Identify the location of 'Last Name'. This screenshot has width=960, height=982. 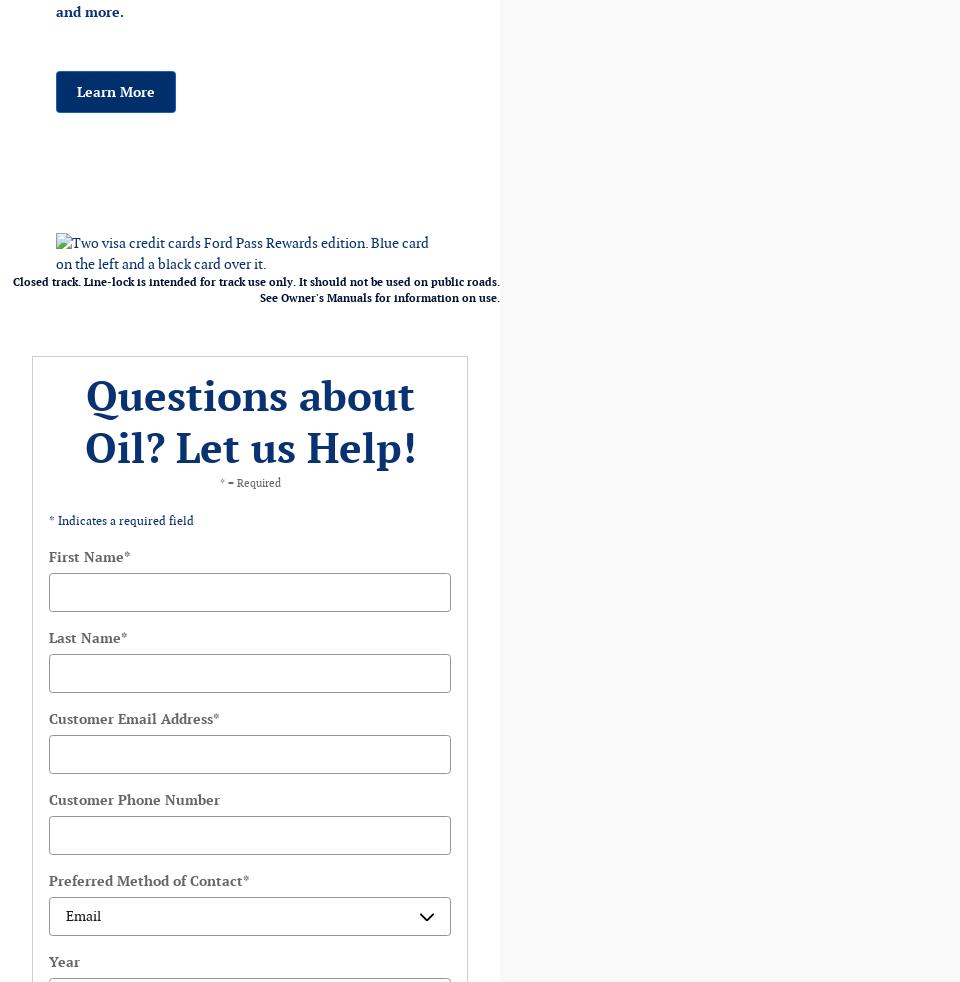
(84, 637).